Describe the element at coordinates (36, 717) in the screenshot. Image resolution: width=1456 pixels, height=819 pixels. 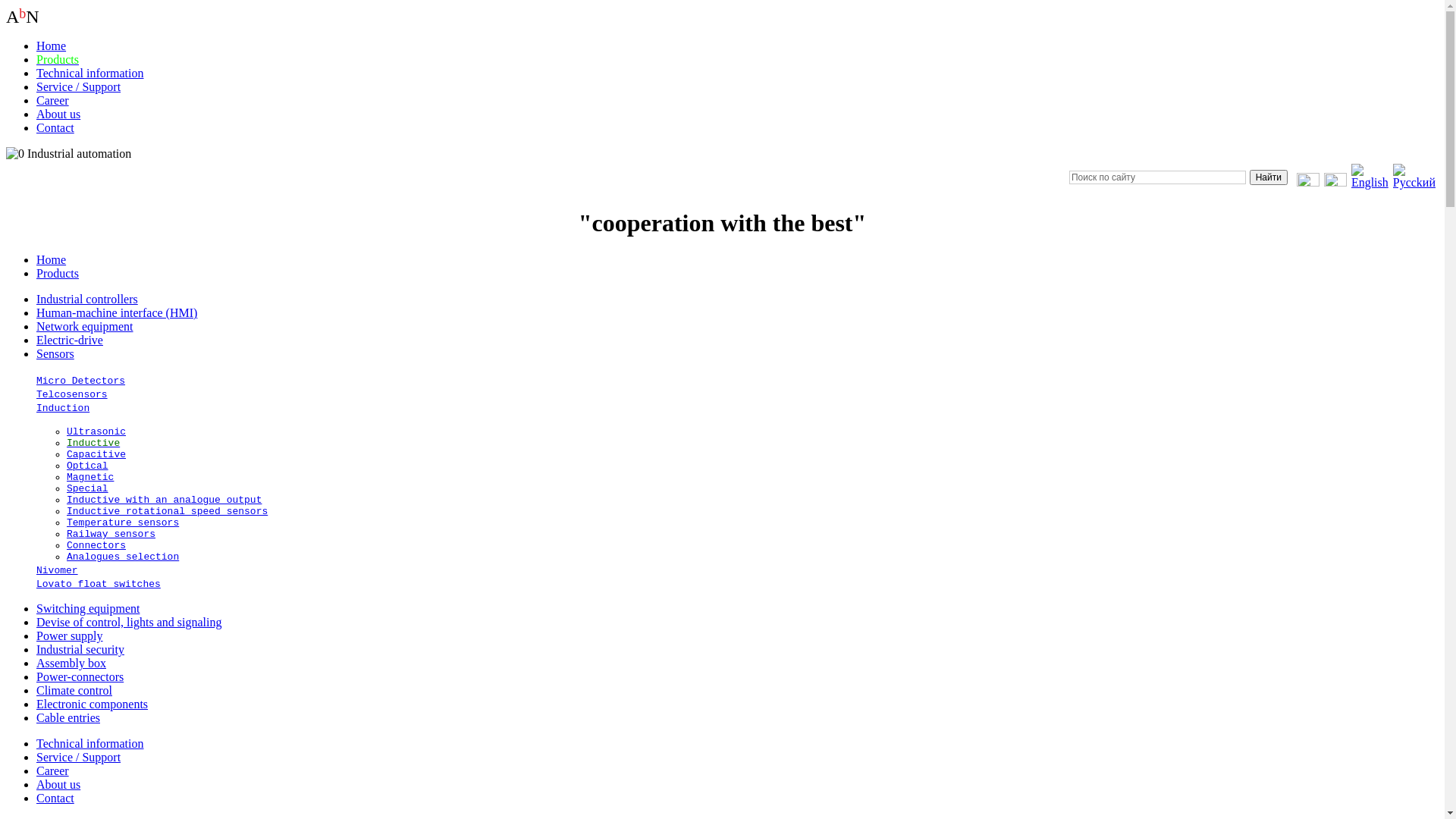
I see `'Cable entries'` at that location.